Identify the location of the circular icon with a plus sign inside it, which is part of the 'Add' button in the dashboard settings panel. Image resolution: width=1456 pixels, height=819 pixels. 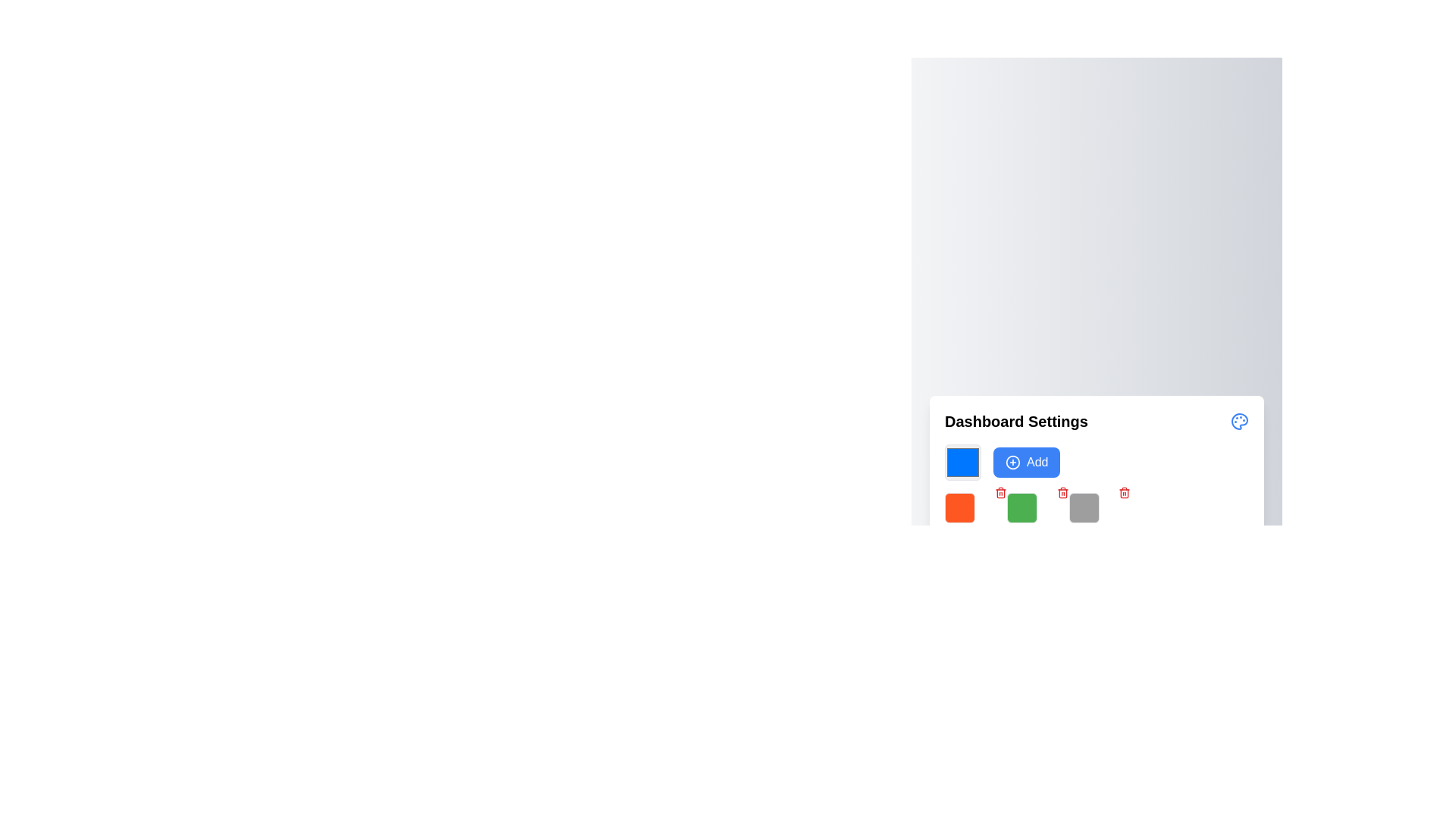
(1012, 461).